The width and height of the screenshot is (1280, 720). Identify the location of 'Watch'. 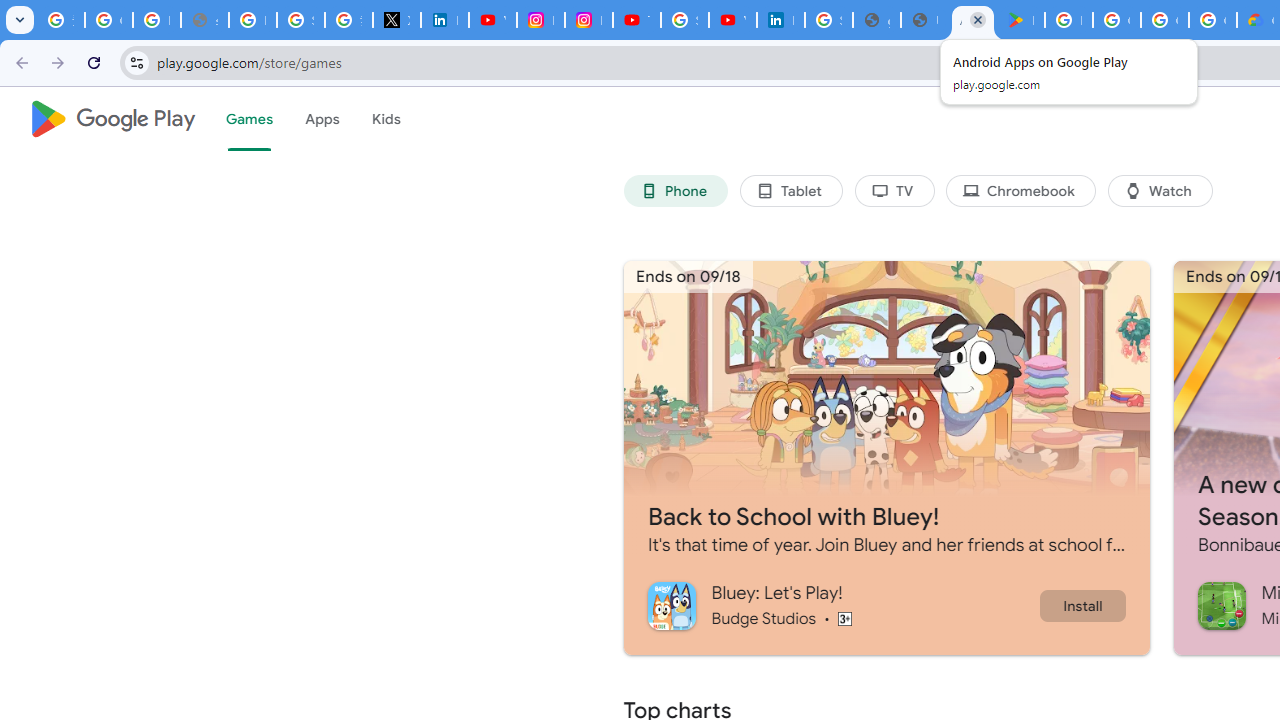
(1160, 191).